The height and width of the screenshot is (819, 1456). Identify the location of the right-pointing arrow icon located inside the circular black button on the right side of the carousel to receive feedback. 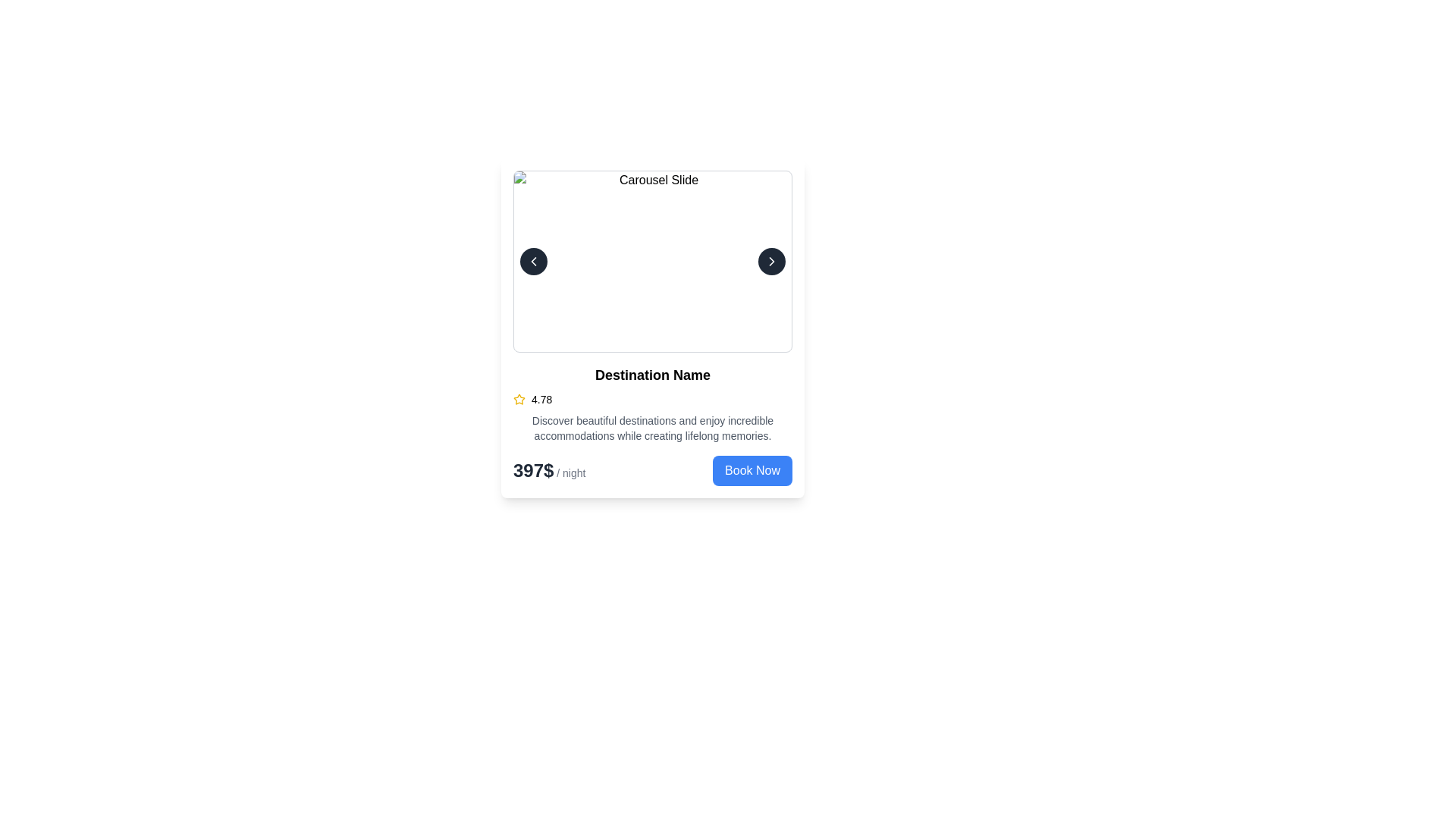
(771, 260).